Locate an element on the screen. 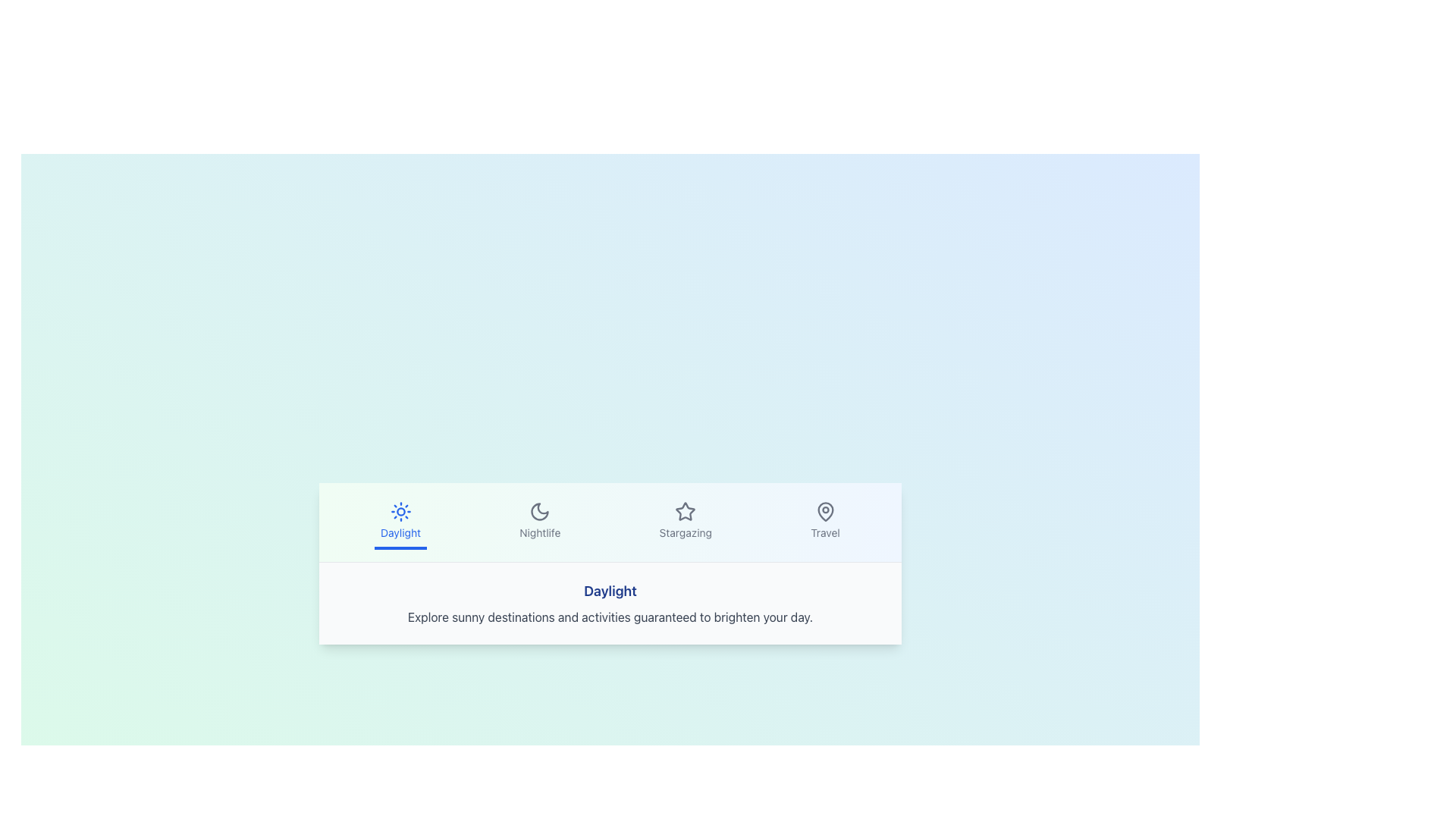 The image size is (1456, 819). the first tab labeled 'Daylight' in the horizontally aligned set of four tabs, located on the far left of the tab row is located at coordinates (400, 521).